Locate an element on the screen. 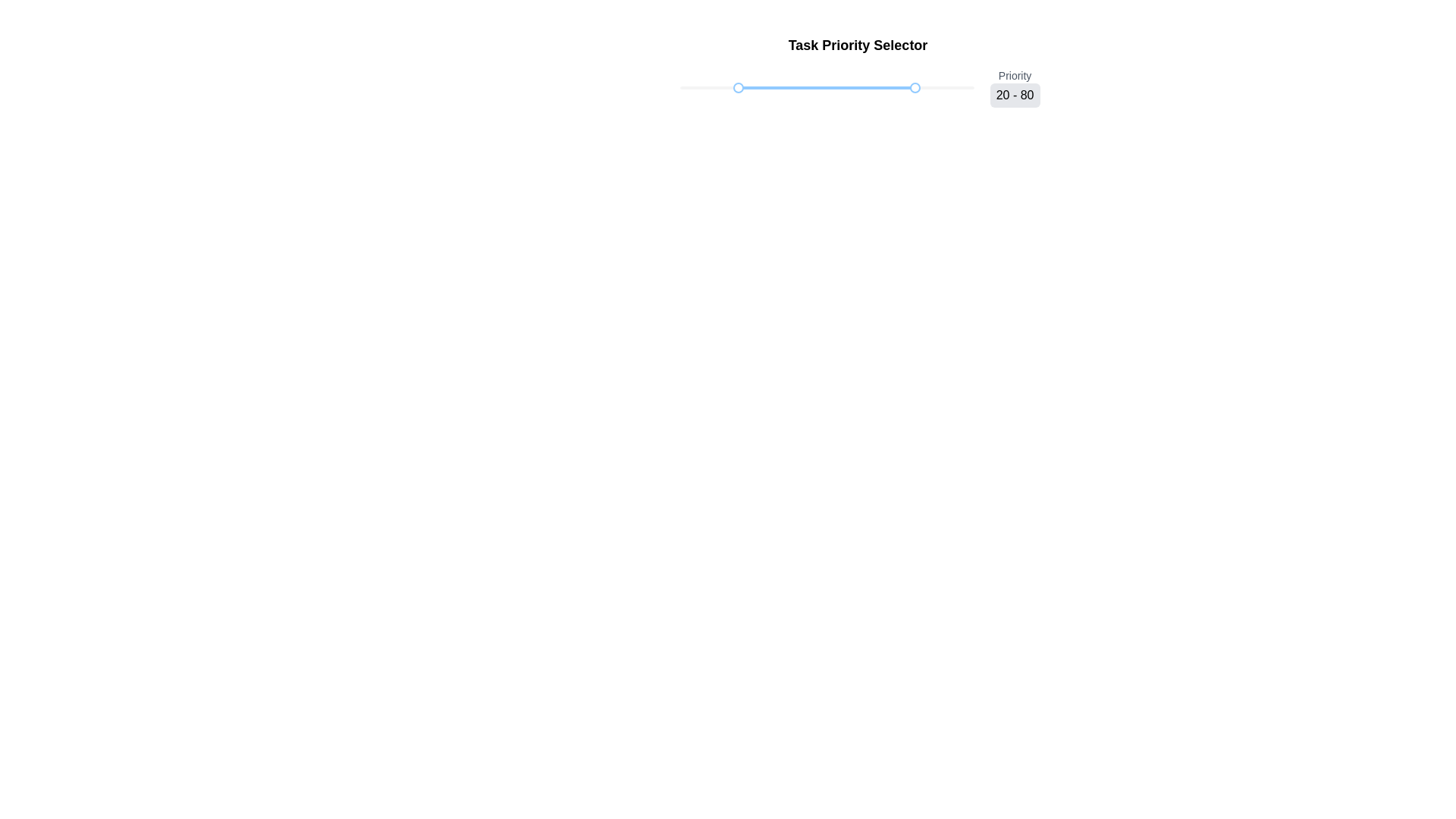 The width and height of the screenshot is (1456, 819). the slider is located at coordinates (698, 87).